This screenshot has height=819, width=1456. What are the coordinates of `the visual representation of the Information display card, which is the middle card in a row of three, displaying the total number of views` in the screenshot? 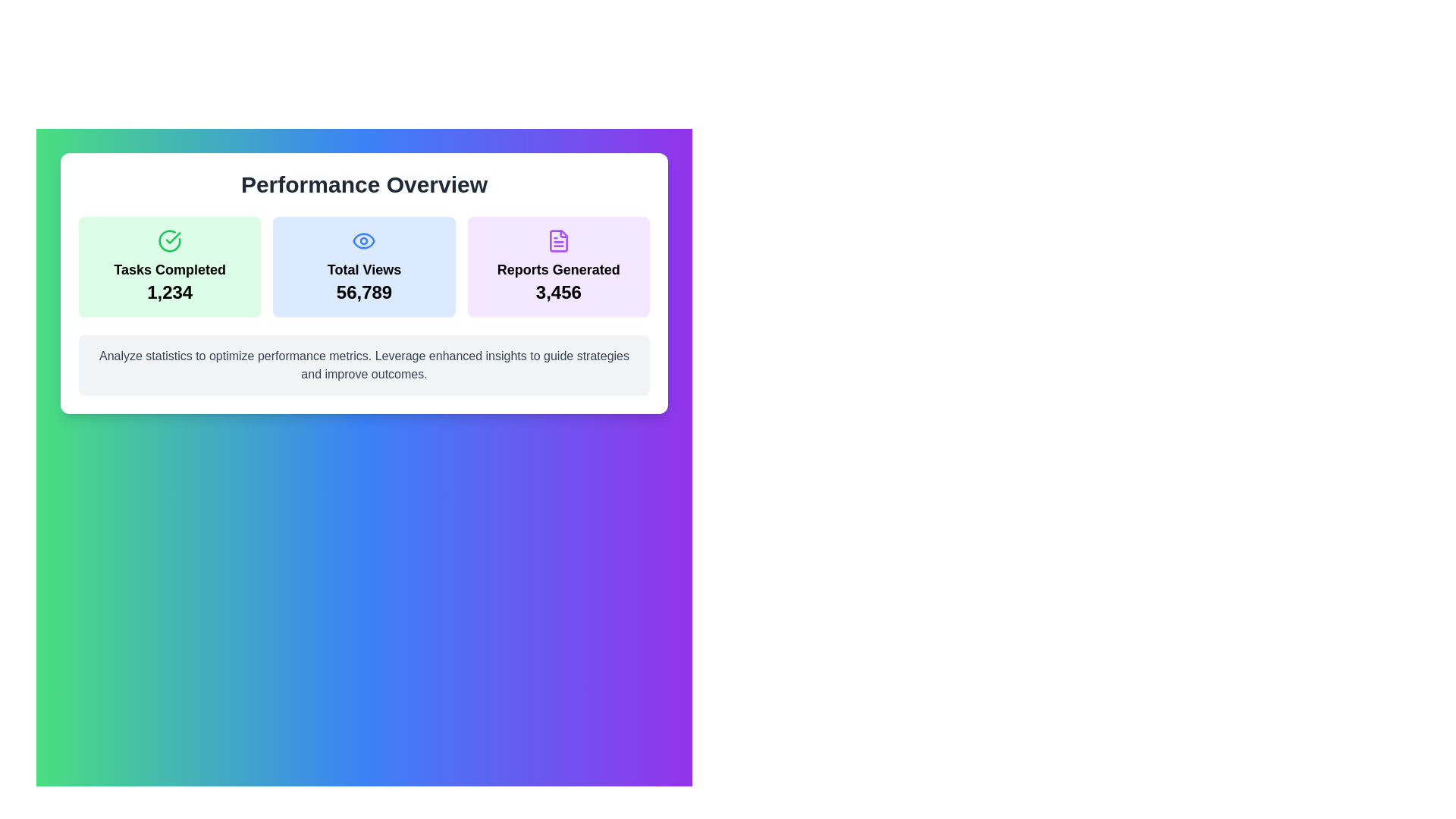 It's located at (364, 265).